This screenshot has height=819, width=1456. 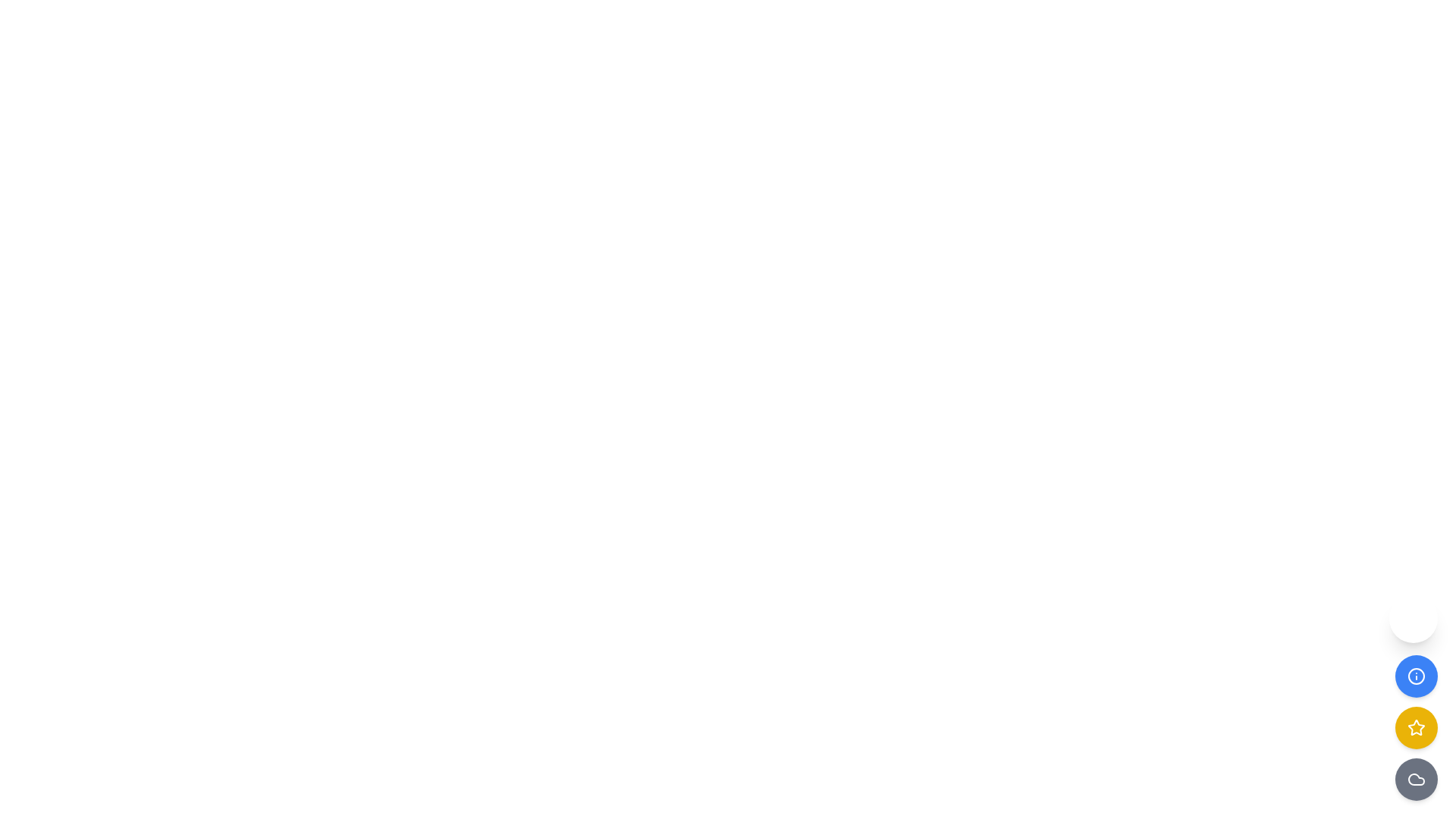 I want to click on the cloud icon located at the bottom-right corner of the interface, so click(x=1415, y=780).